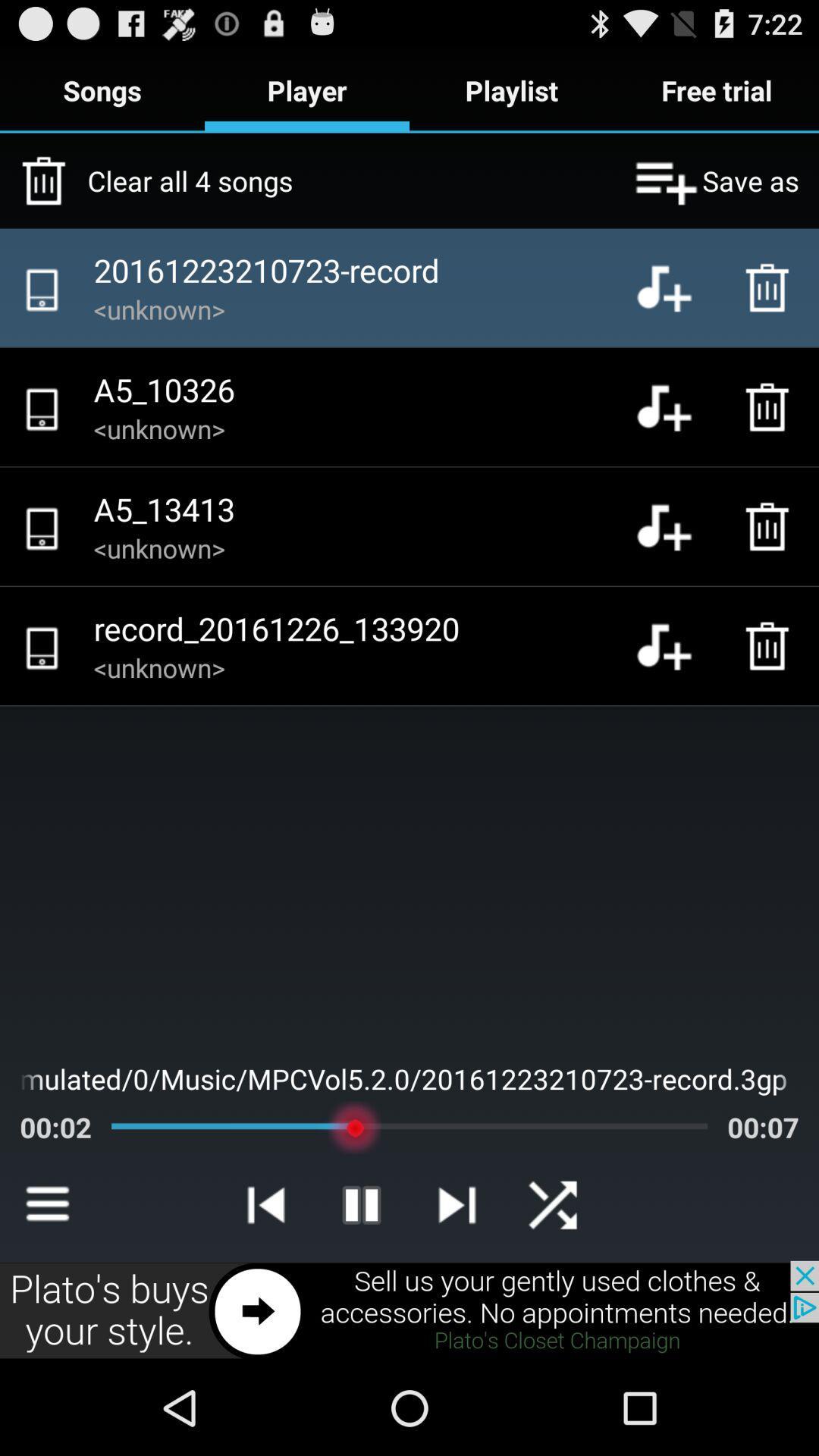  Describe the element at coordinates (771, 526) in the screenshot. I see `delete this song` at that location.